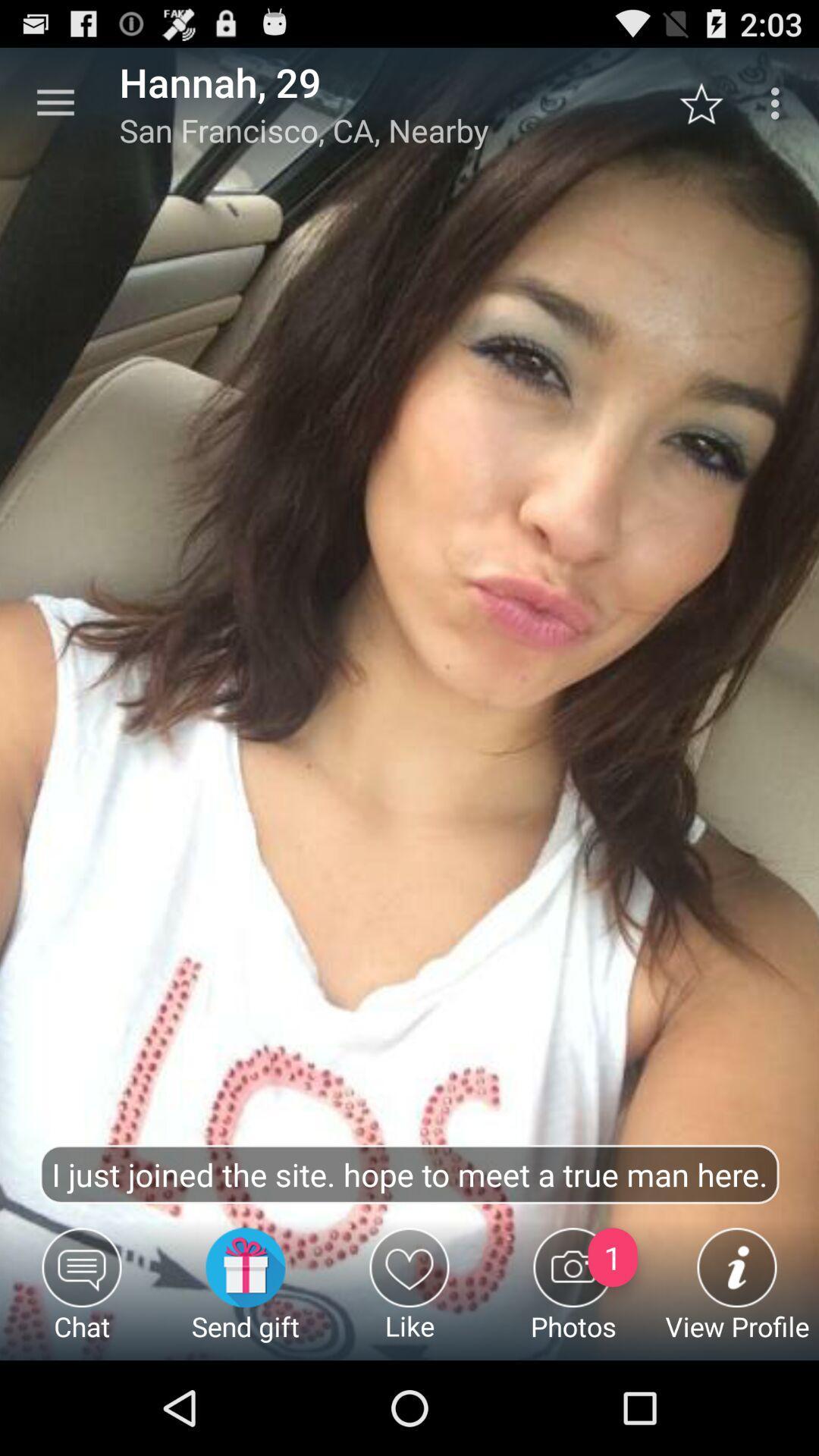 Image resolution: width=819 pixels, height=1456 pixels. Describe the element at coordinates (245, 1293) in the screenshot. I see `the item below i just joined` at that location.